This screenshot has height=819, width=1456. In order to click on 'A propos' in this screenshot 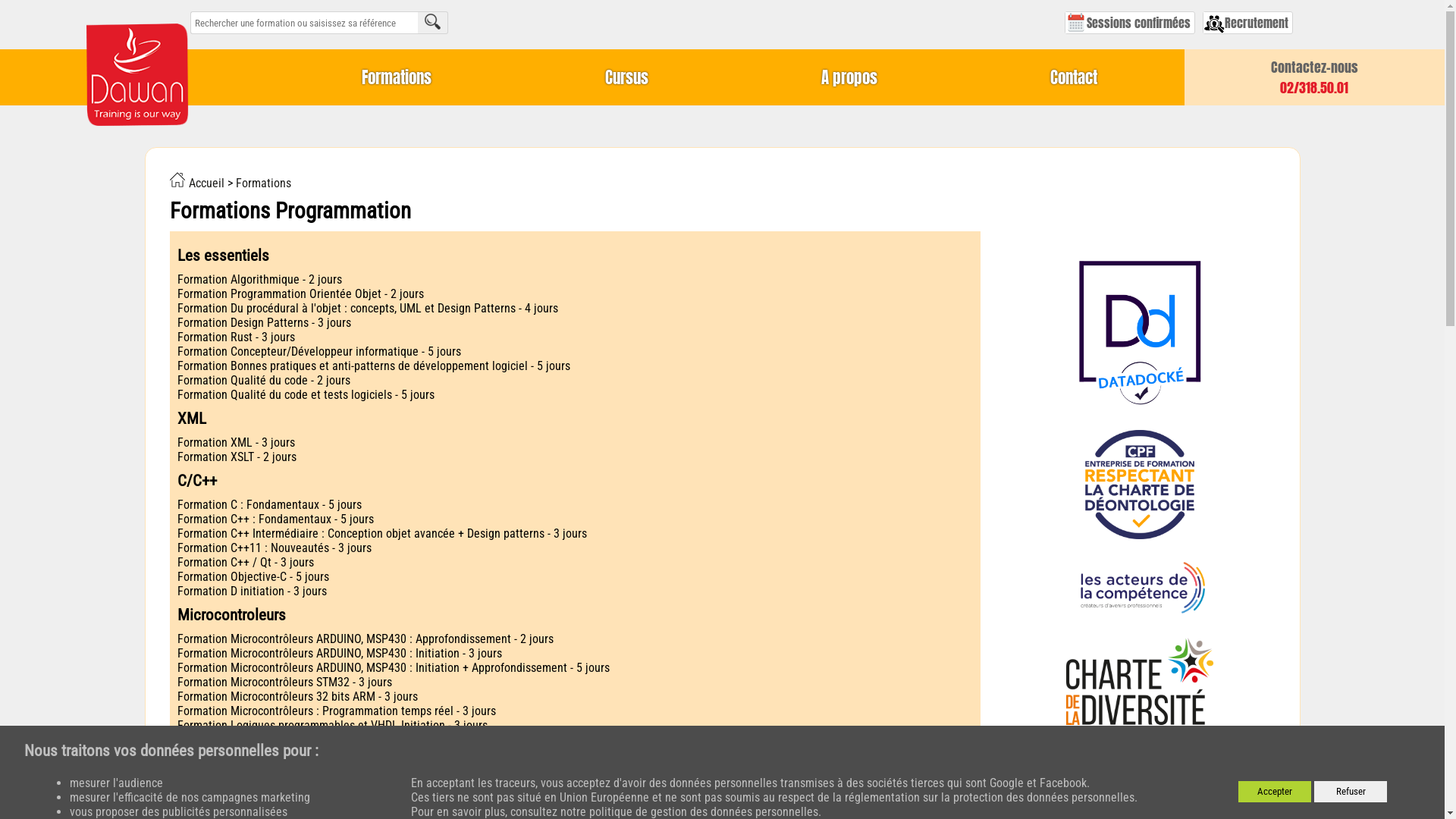, I will do `click(805, 77)`.